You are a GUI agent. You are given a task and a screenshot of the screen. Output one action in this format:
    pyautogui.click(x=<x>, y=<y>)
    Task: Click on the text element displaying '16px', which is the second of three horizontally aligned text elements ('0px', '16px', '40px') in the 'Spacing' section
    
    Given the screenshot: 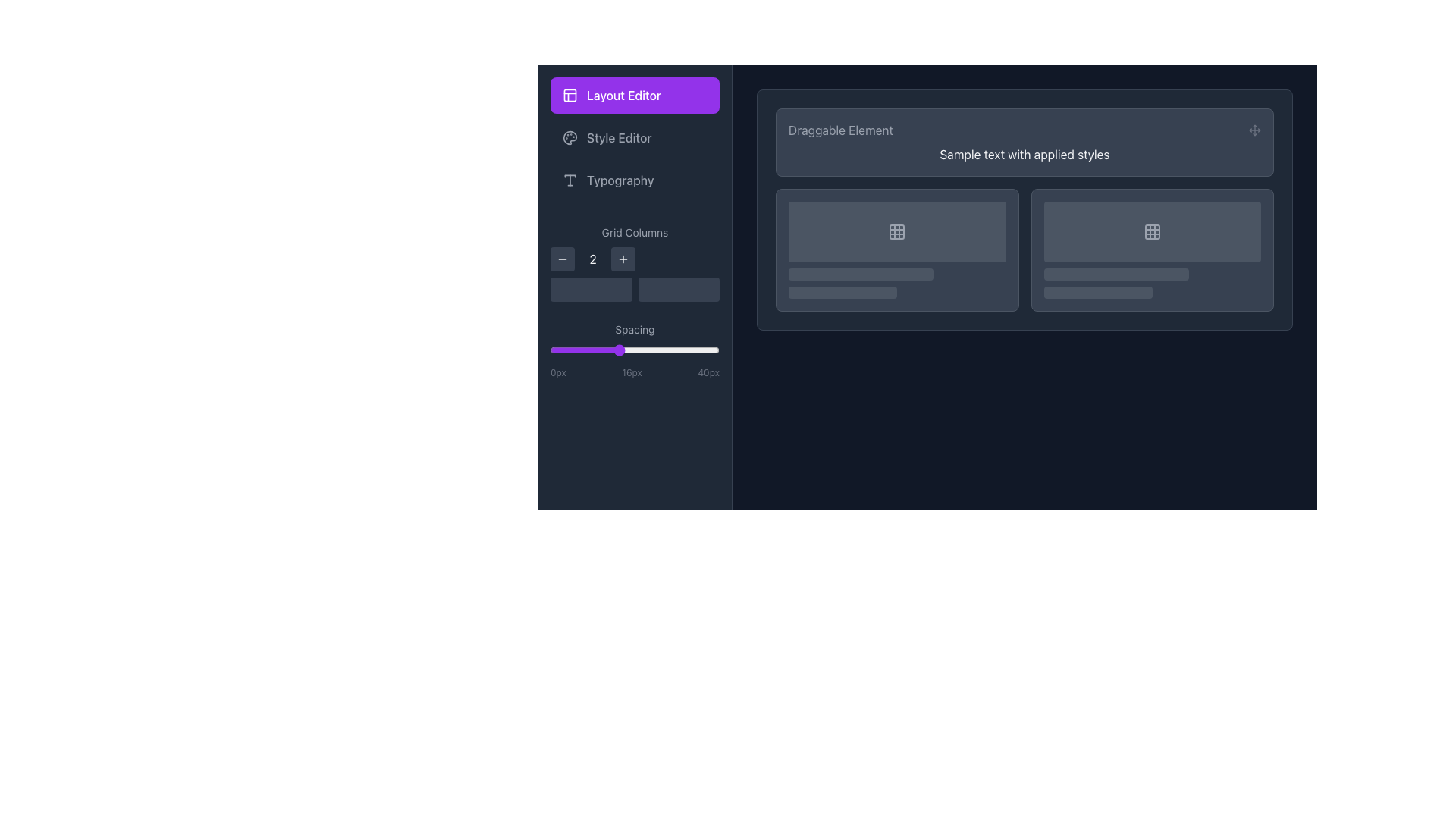 What is the action you would take?
    pyautogui.click(x=632, y=373)
    